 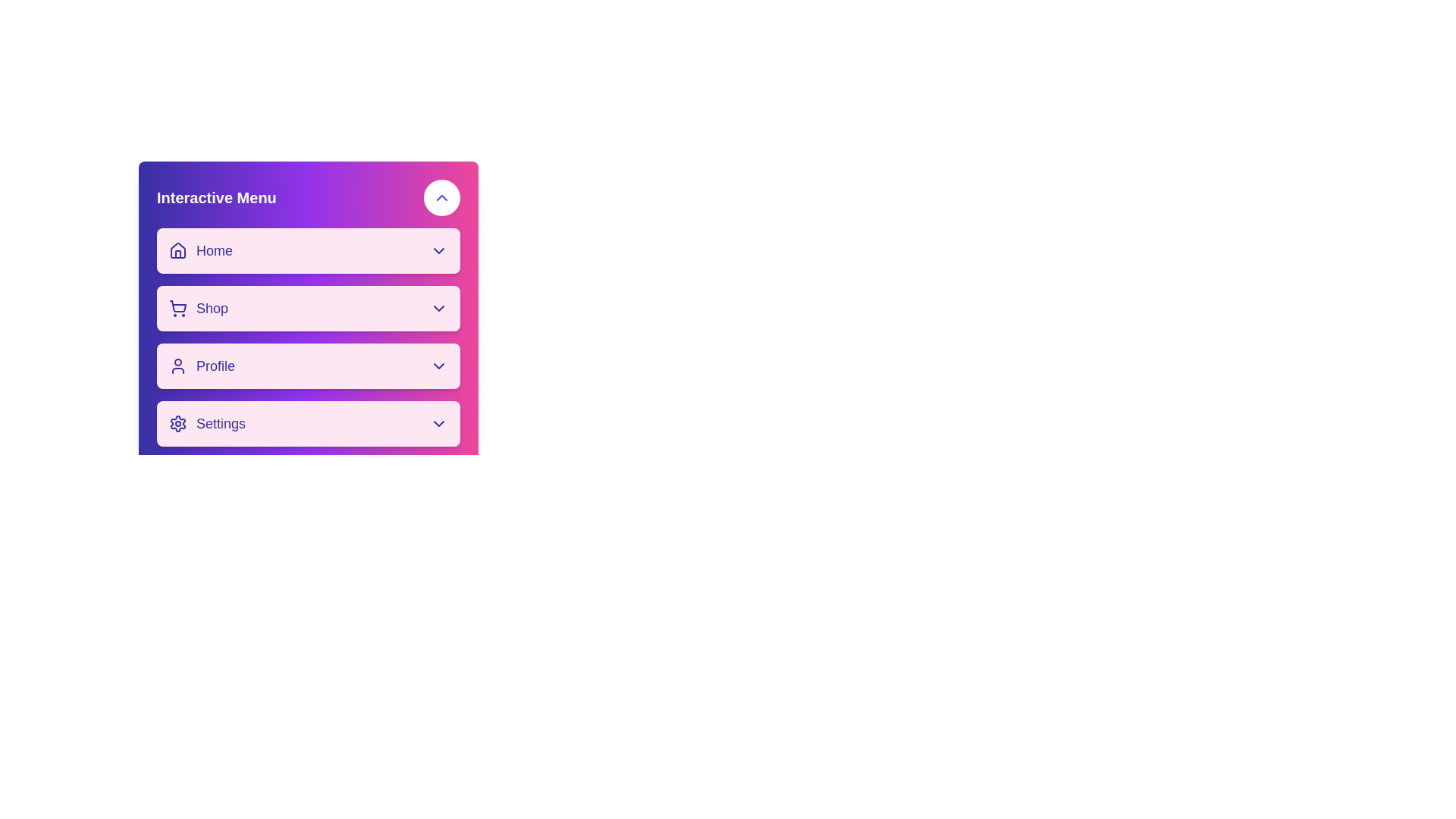 I want to click on the cogwheel icon representing the settings option, which is located to the left of the 'Settings' text in the vertical menu layout, so click(x=178, y=424).